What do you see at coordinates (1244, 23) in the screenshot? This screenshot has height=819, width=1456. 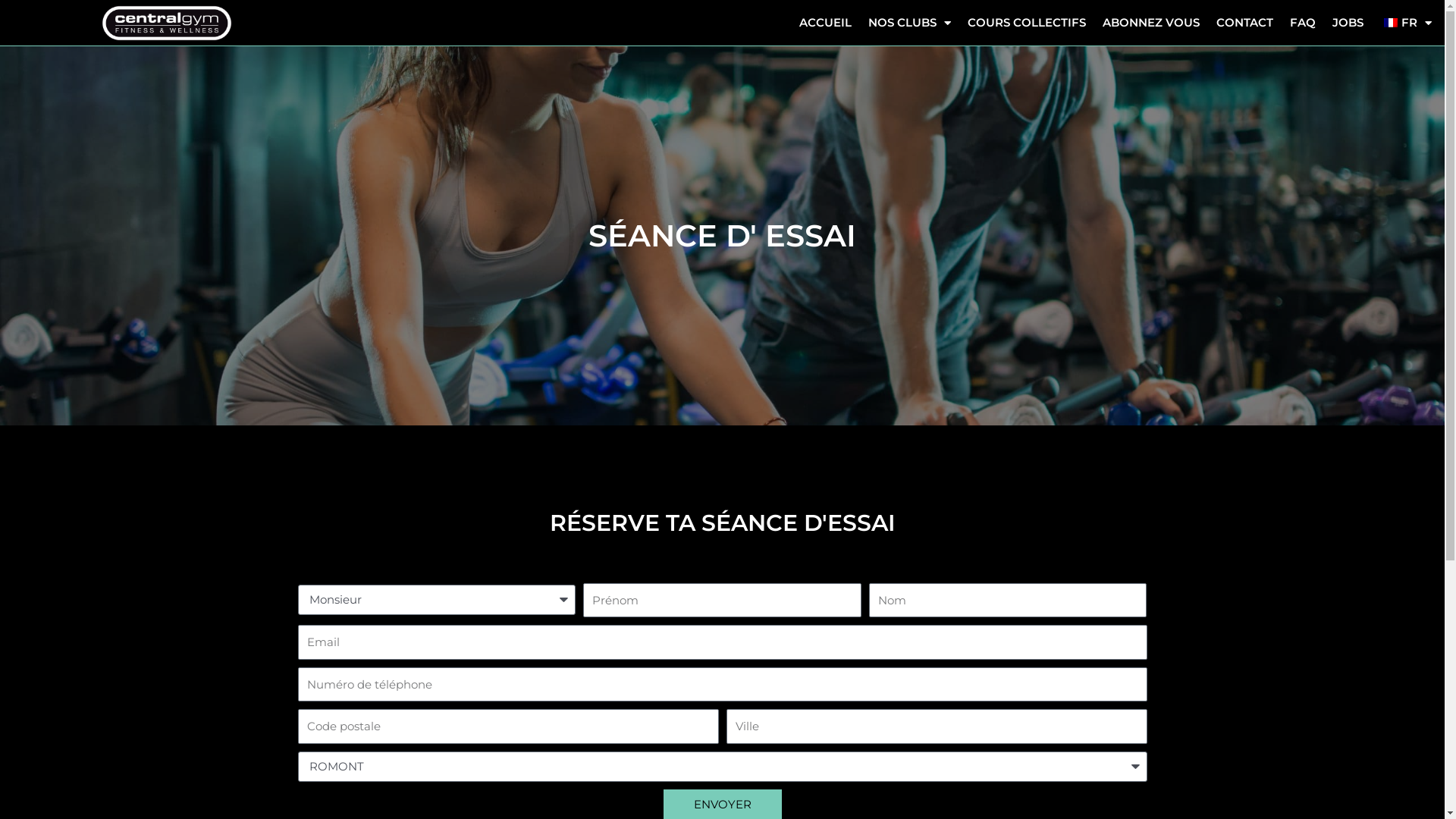 I see `'CONTACT'` at bounding box center [1244, 23].